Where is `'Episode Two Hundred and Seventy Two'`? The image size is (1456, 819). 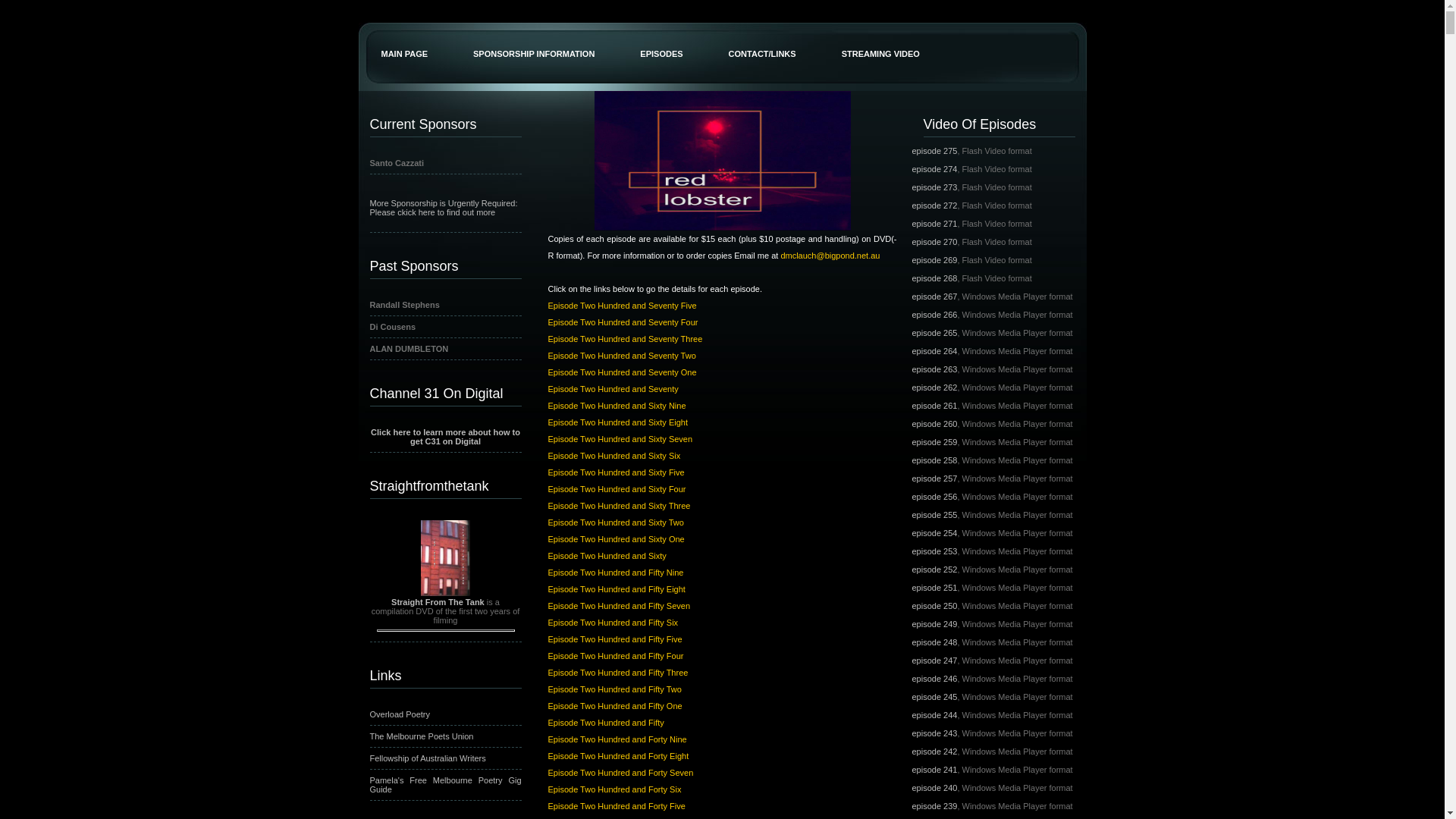
'Episode Two Hundred and Seventy Two' is located at coordinates (621, 356).